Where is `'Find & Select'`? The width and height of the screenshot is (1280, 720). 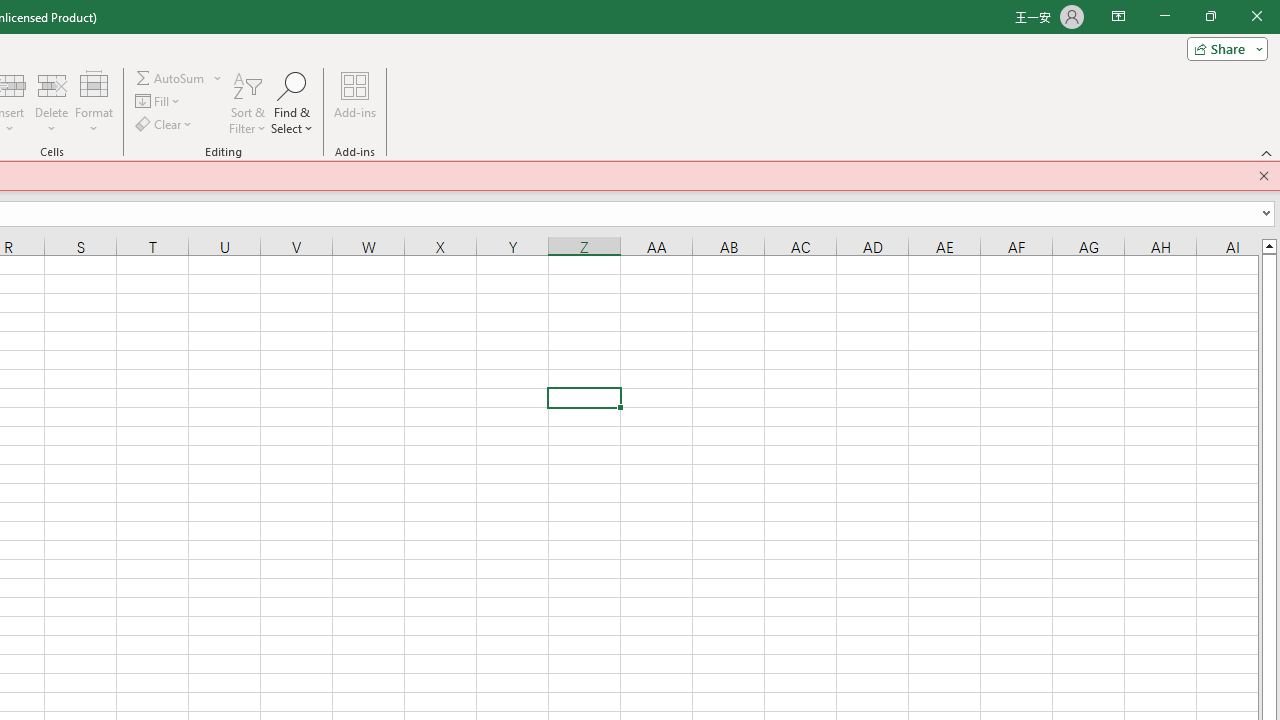
'Find & Select' is located at coordinates (291, 103).